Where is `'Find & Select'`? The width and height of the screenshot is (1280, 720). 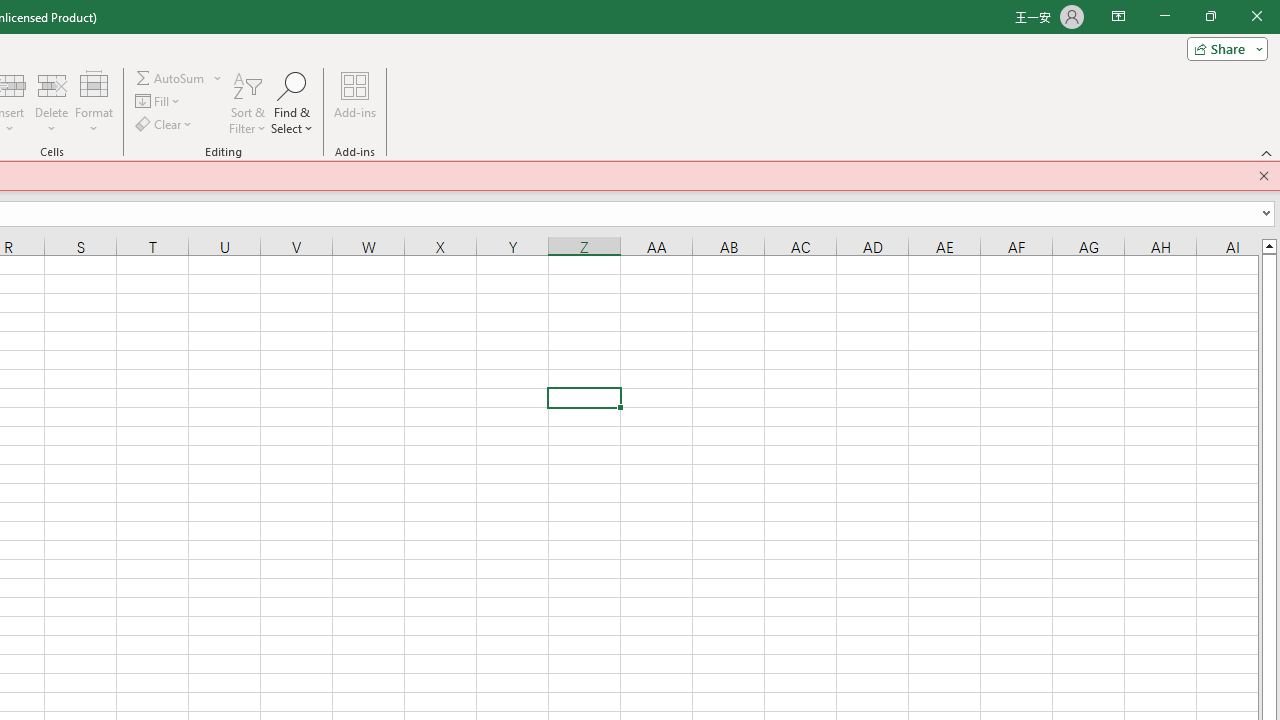
'Find & Select' is located at coordinates (291, 103).